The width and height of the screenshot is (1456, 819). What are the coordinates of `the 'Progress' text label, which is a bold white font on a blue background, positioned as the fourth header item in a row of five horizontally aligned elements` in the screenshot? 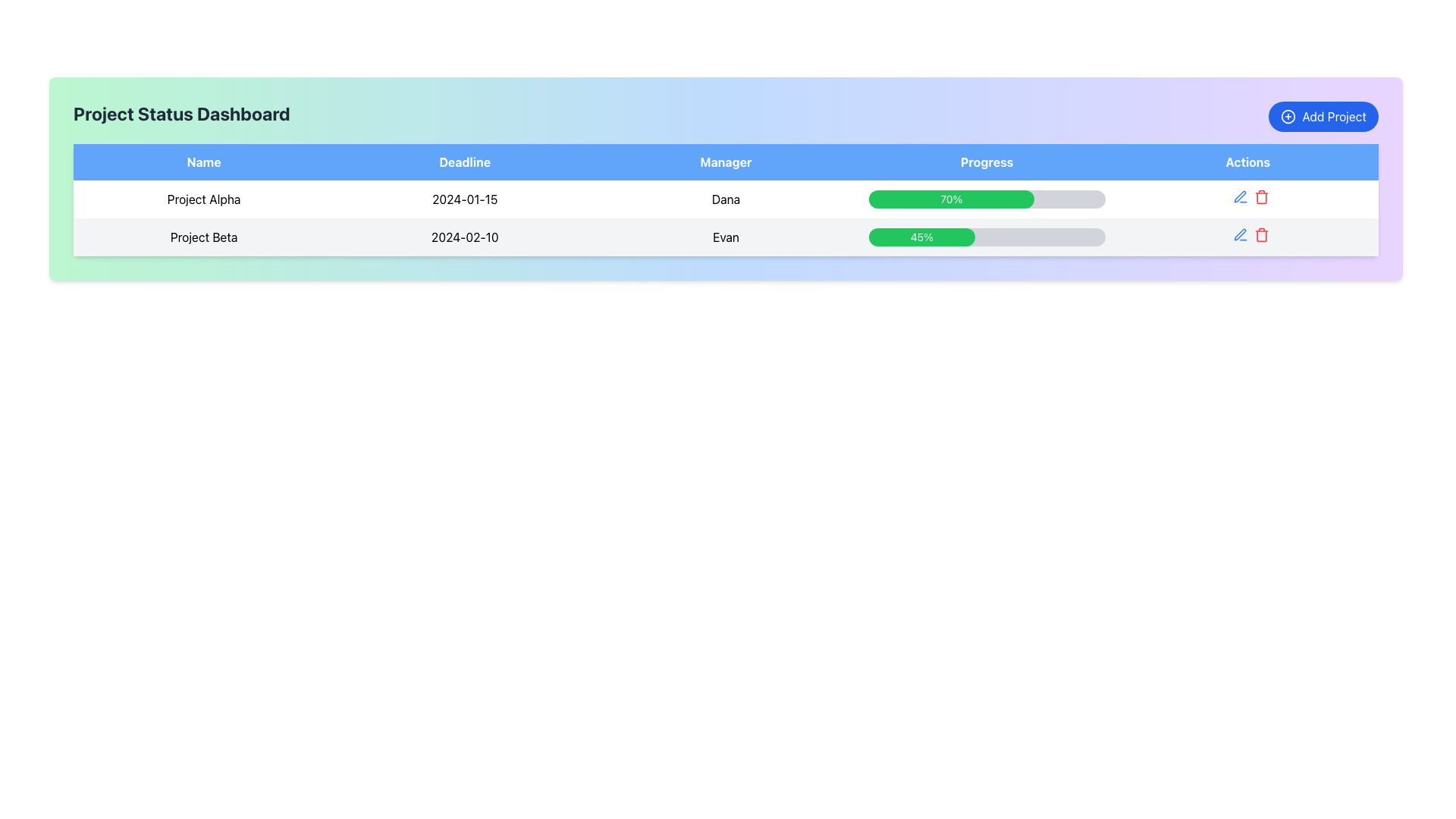 It's located at (987, 162).